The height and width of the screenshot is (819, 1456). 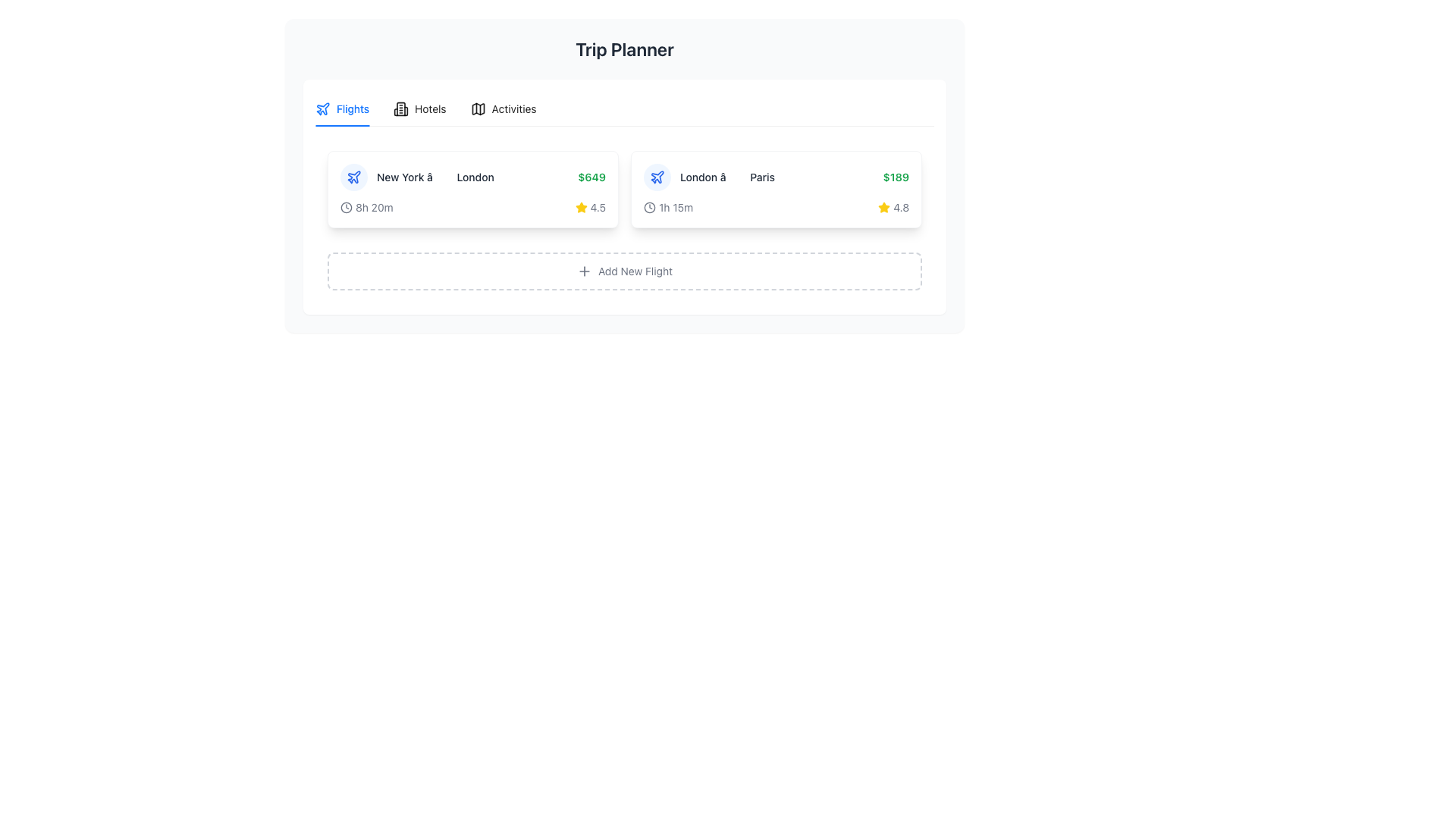 What do you see at coordinates (597, 207) in the screenshot?
I see `the static text label displaying the value '4.5', which is located to the right of a yellow star icon in the rating information group for the 'New York to London' flight option` at bounding box center [597, 207].